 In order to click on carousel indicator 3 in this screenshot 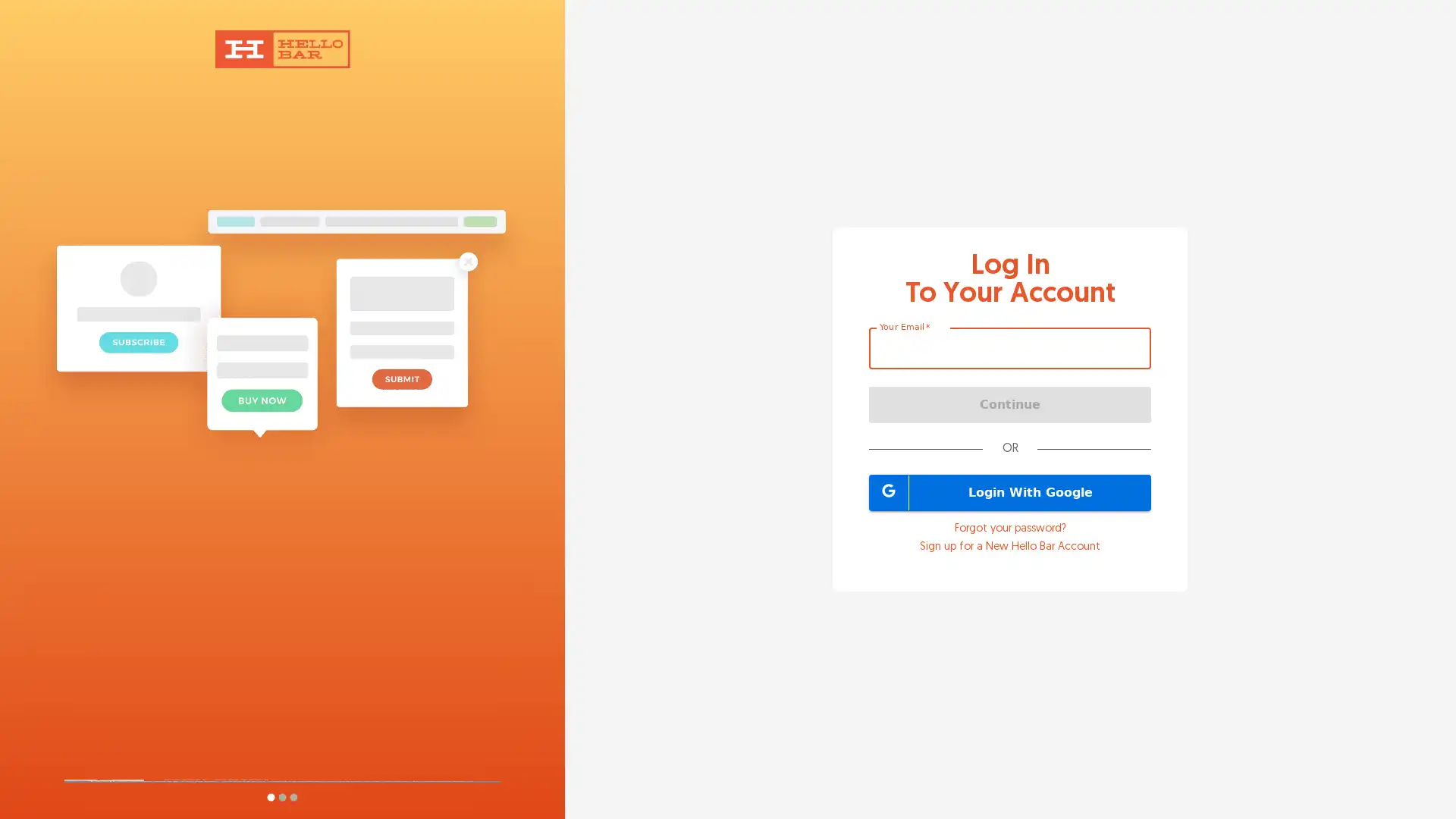, I will do `click(293, 796)`.